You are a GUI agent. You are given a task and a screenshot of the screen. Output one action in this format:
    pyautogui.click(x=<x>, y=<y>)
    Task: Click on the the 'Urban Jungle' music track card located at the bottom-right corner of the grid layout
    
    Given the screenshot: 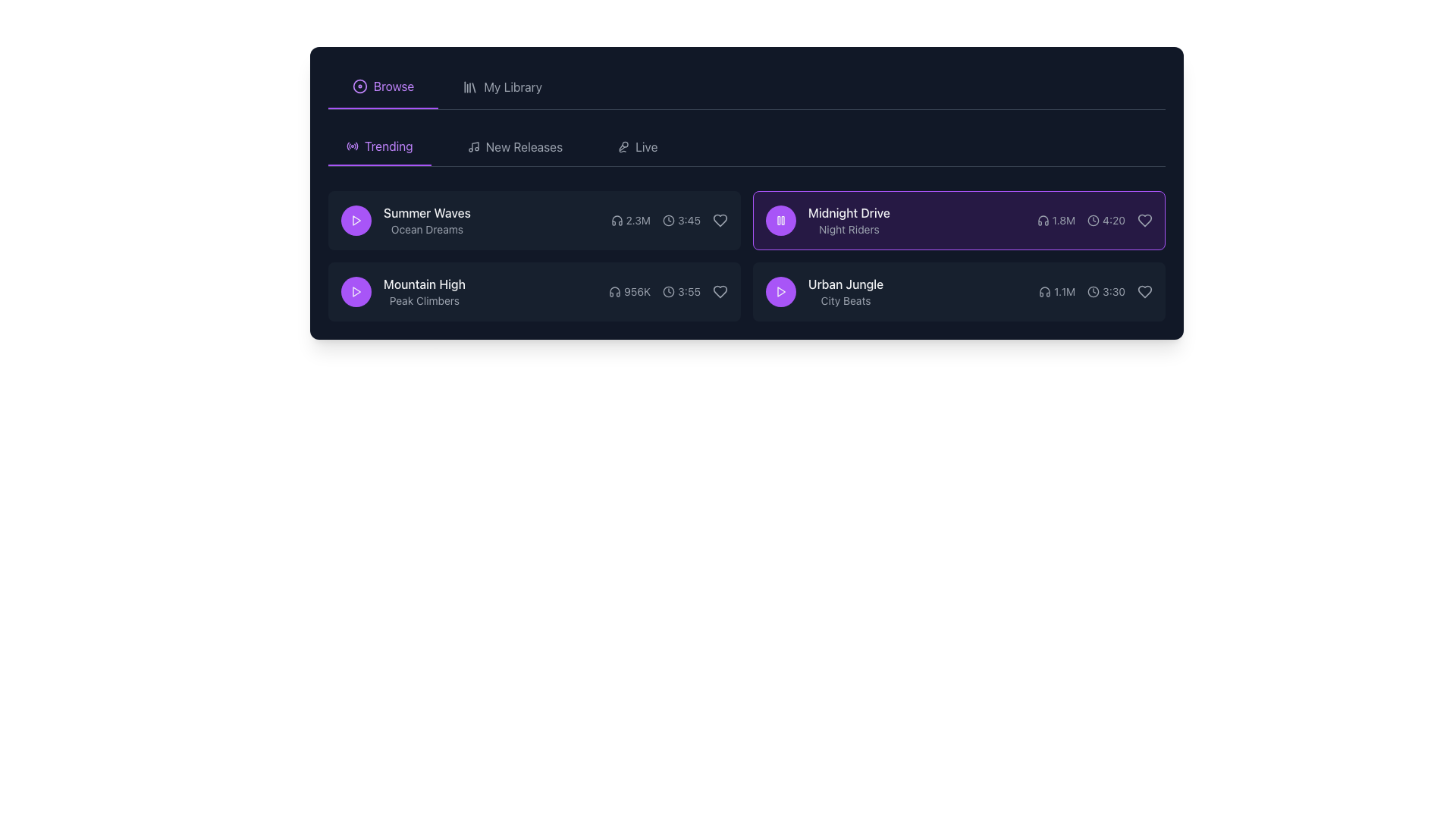 What is the action you would take?
    pyautogui.click(x=959, y=292)
    